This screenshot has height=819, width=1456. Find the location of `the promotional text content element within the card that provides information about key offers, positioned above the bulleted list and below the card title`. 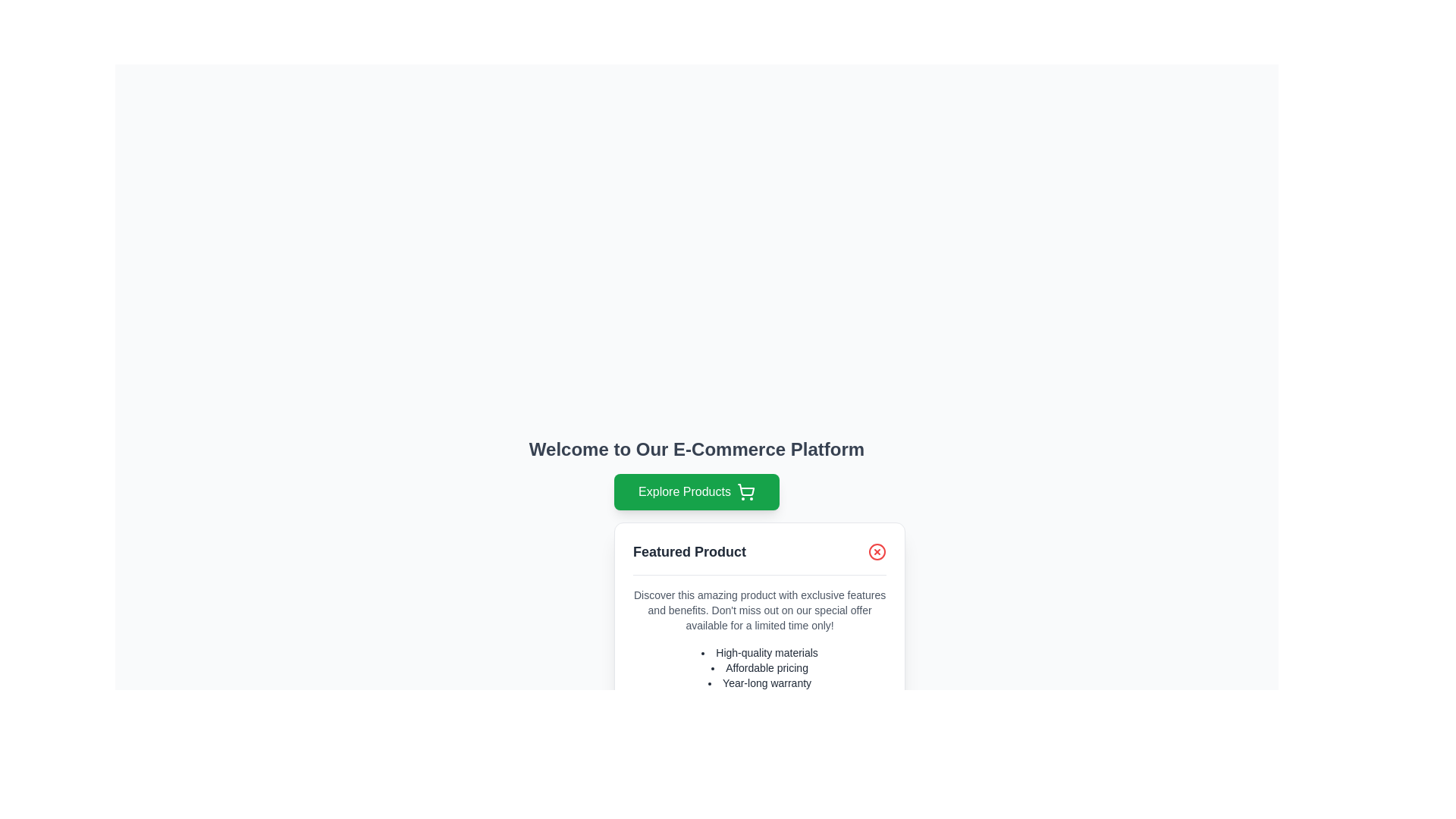

the promotional text content element within the card that provides information about key offers, positioned above the bulleted list and below the card title is located at coordinates (760, 610).